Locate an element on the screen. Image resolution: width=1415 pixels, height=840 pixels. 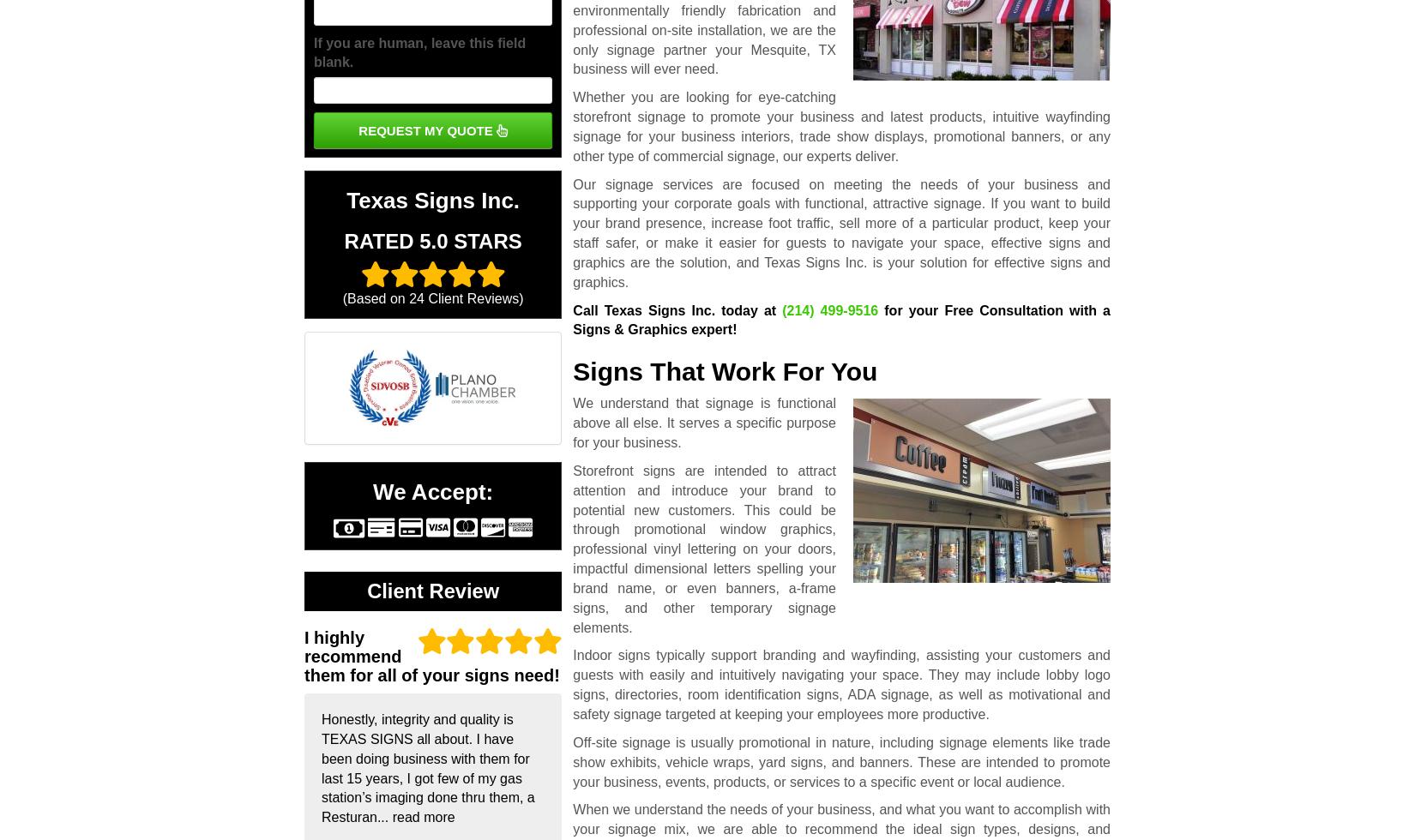
'Texas Signs Inc.' is located at coordinates (346, 201).